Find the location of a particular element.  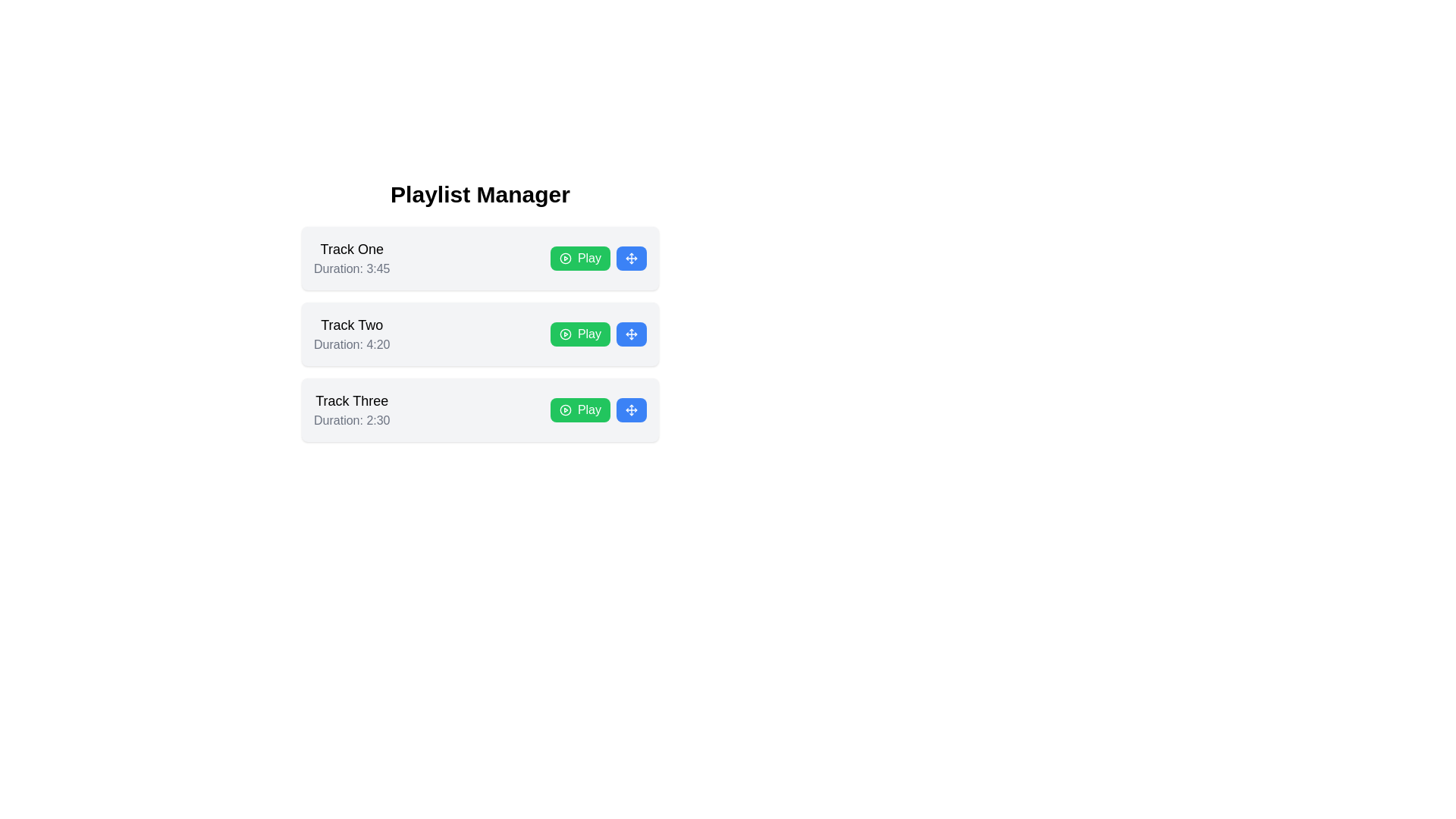

the blue rounded rectangle button with a white move icon is located at coordinates (632, 257).